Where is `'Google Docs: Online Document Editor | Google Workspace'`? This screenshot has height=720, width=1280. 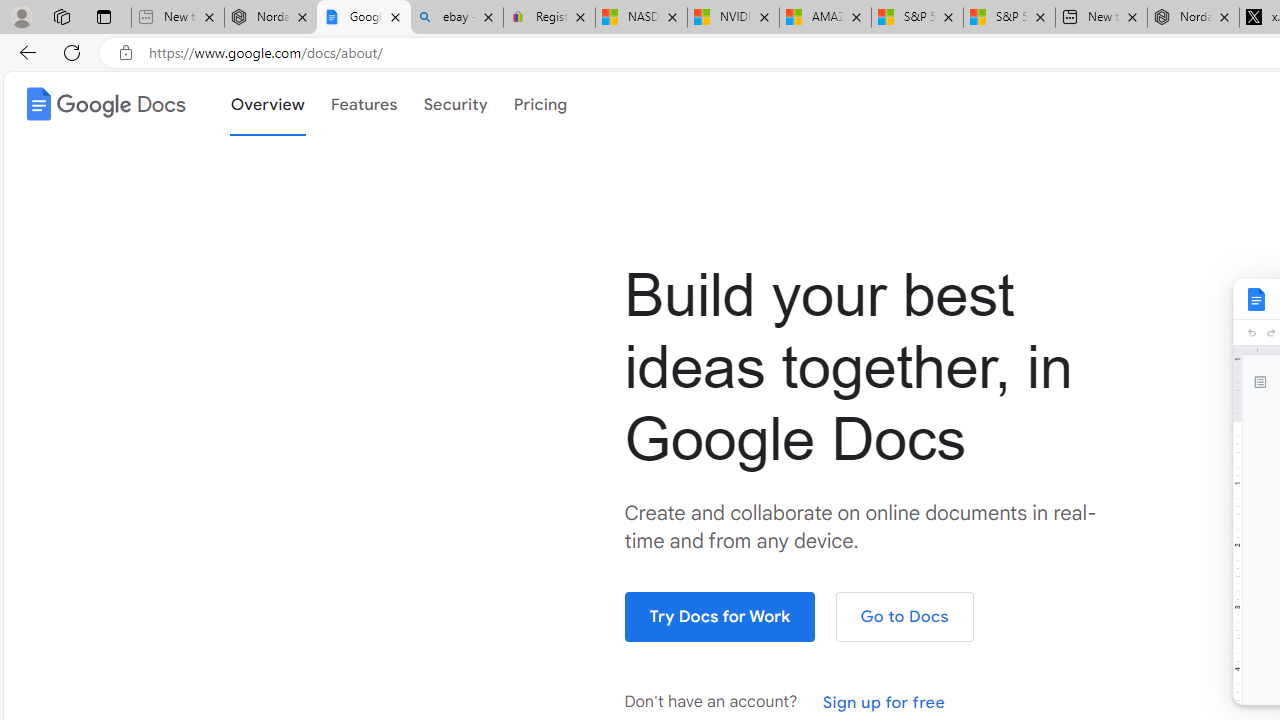
'Google Docs: Online Document Editor | Google Workspace' is located at coordinates (363, 17).